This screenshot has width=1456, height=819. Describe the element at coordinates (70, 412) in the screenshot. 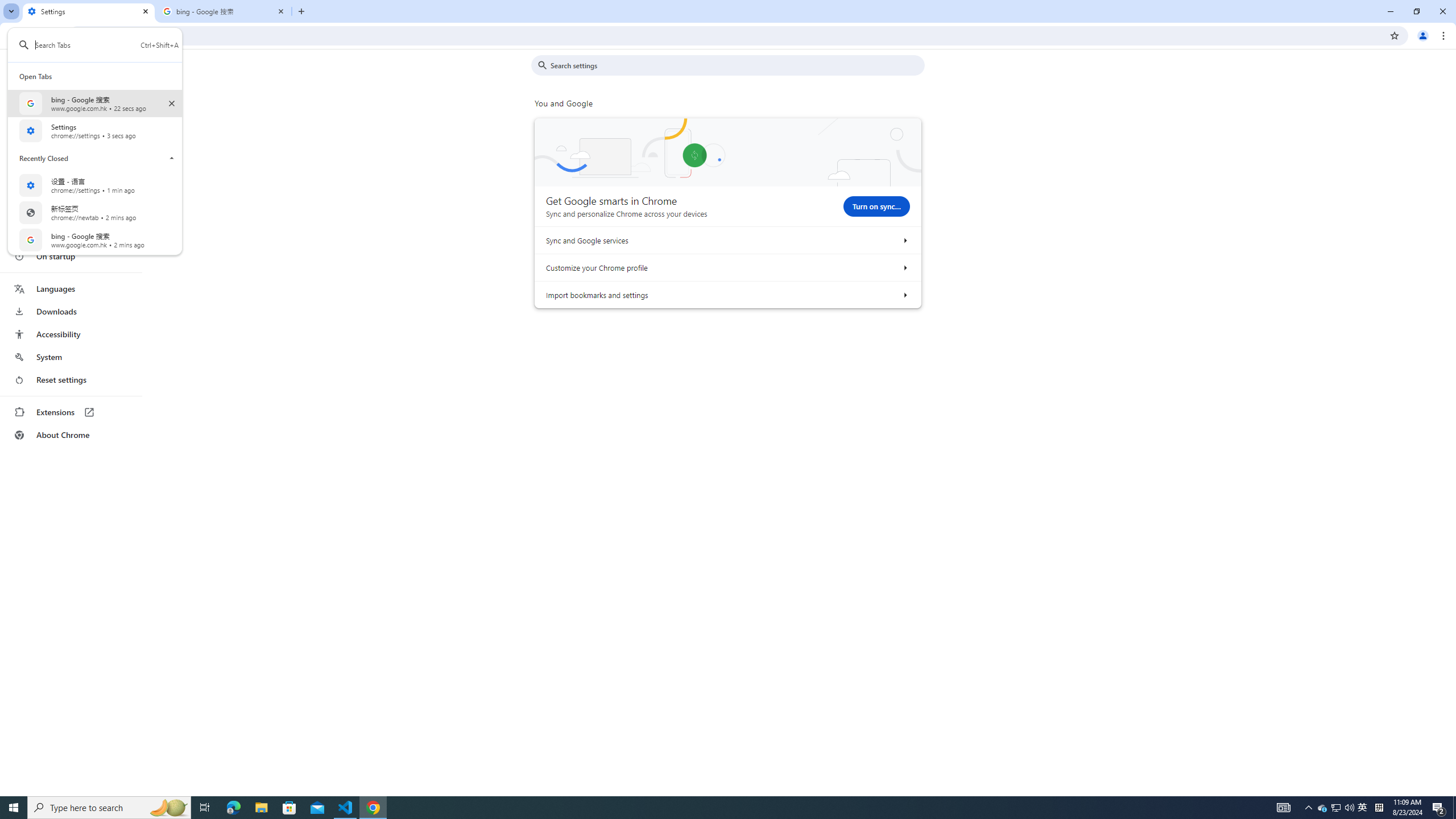

I see `'Extensions'` at that location.